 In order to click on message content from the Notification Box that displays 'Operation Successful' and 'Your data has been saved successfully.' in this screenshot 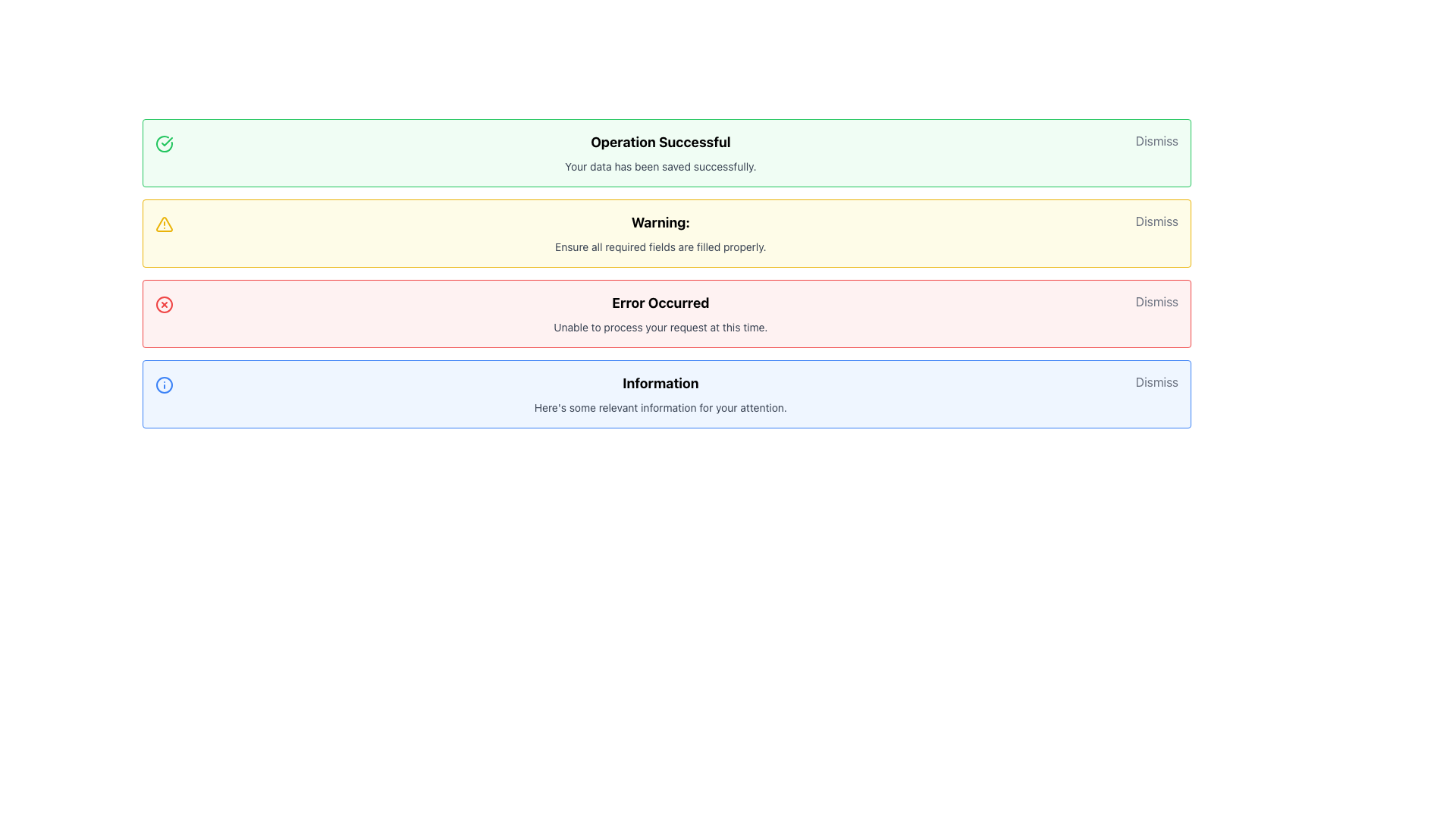, I will do `click(667, 152)`.